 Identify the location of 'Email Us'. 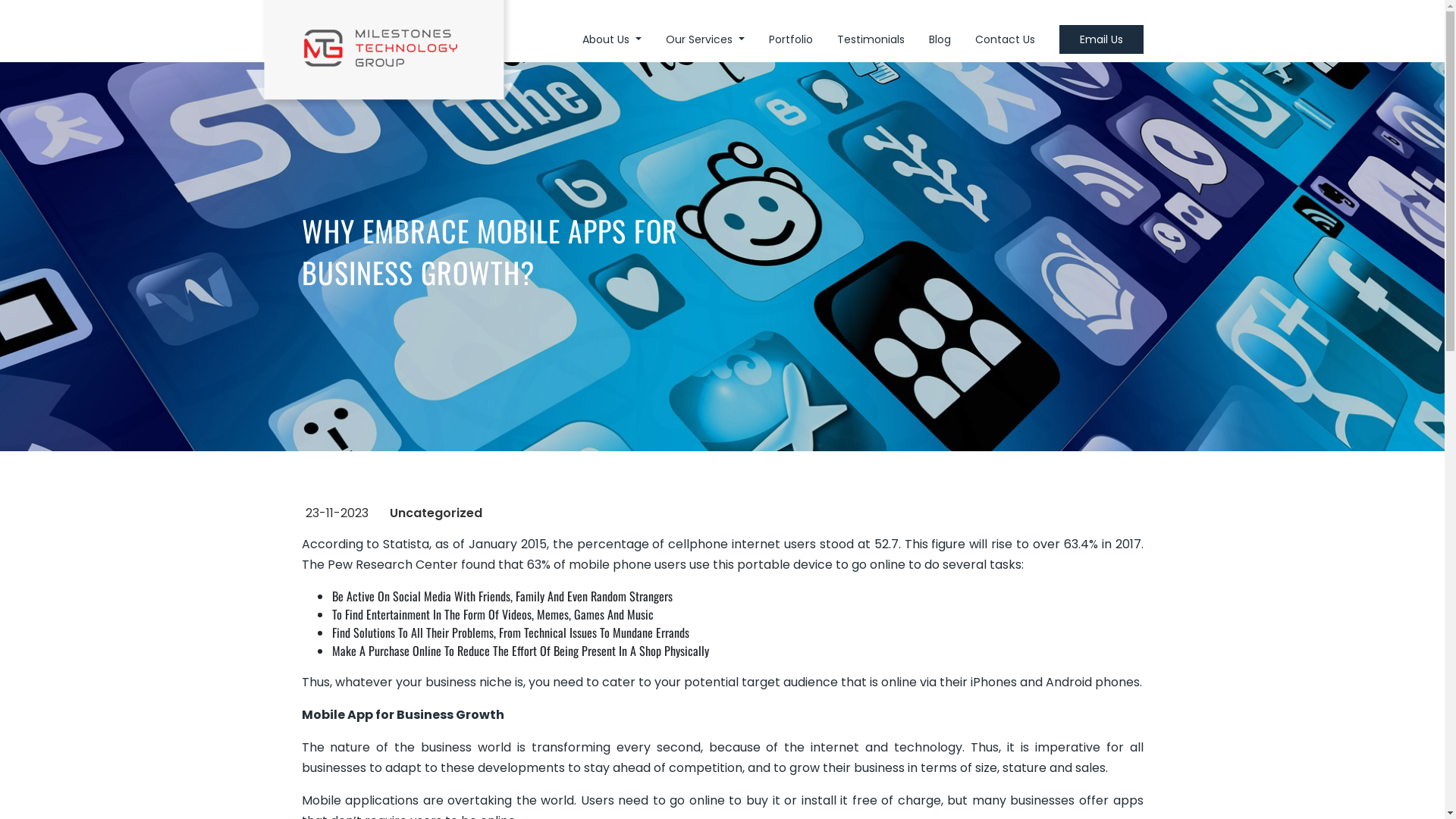
(1100, 38).